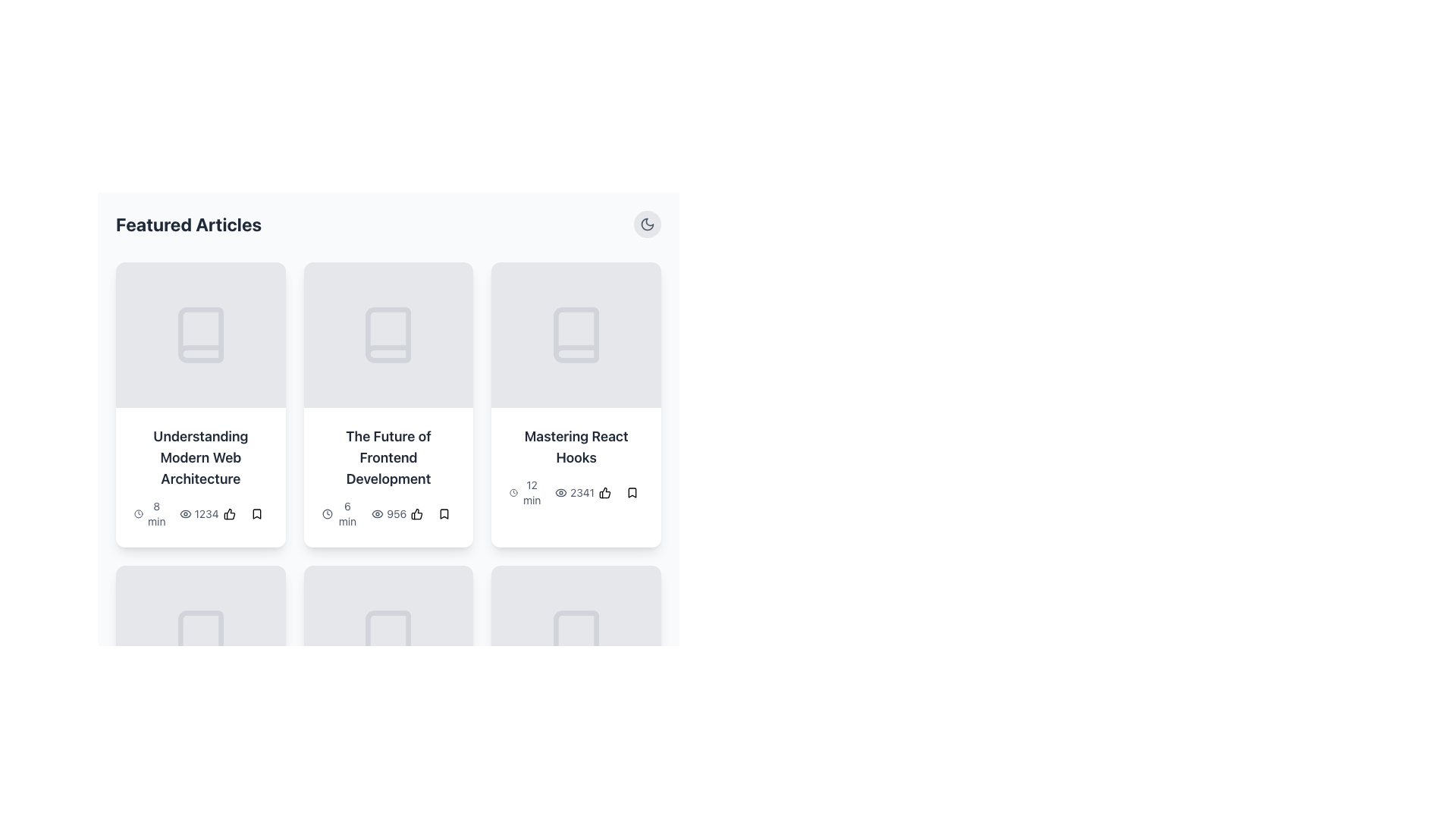 This screenshot has height=819, width=1456. Describe the element at coordinates (513, 493) in the screenshot. I see `the clock icon indicating a duration of 12 minutes, which is positioned to the left of the text '12 min' in the article's metadata under the title 'Mastering React Hooks'` at that location.